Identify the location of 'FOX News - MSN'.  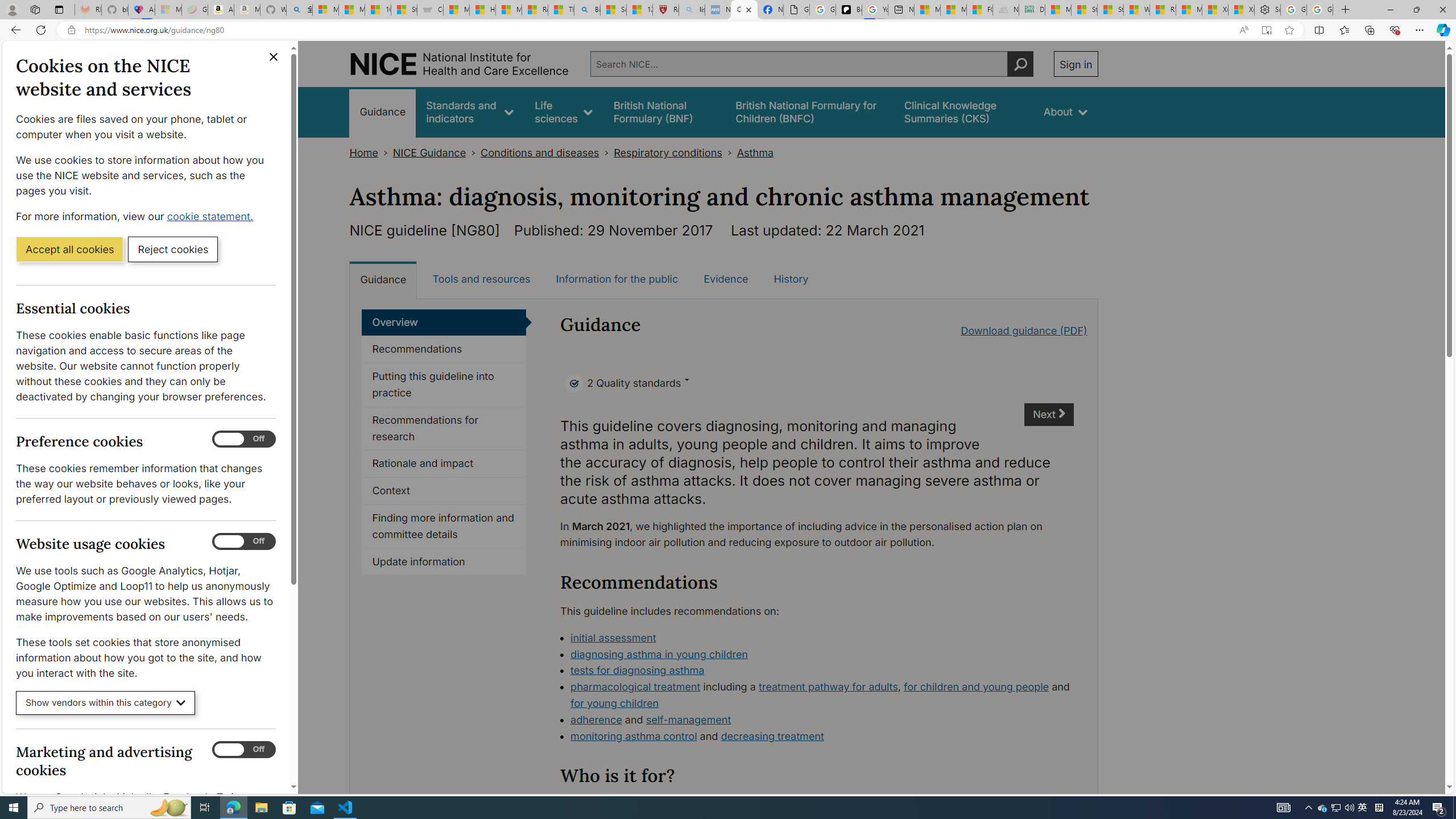
(979, 9).